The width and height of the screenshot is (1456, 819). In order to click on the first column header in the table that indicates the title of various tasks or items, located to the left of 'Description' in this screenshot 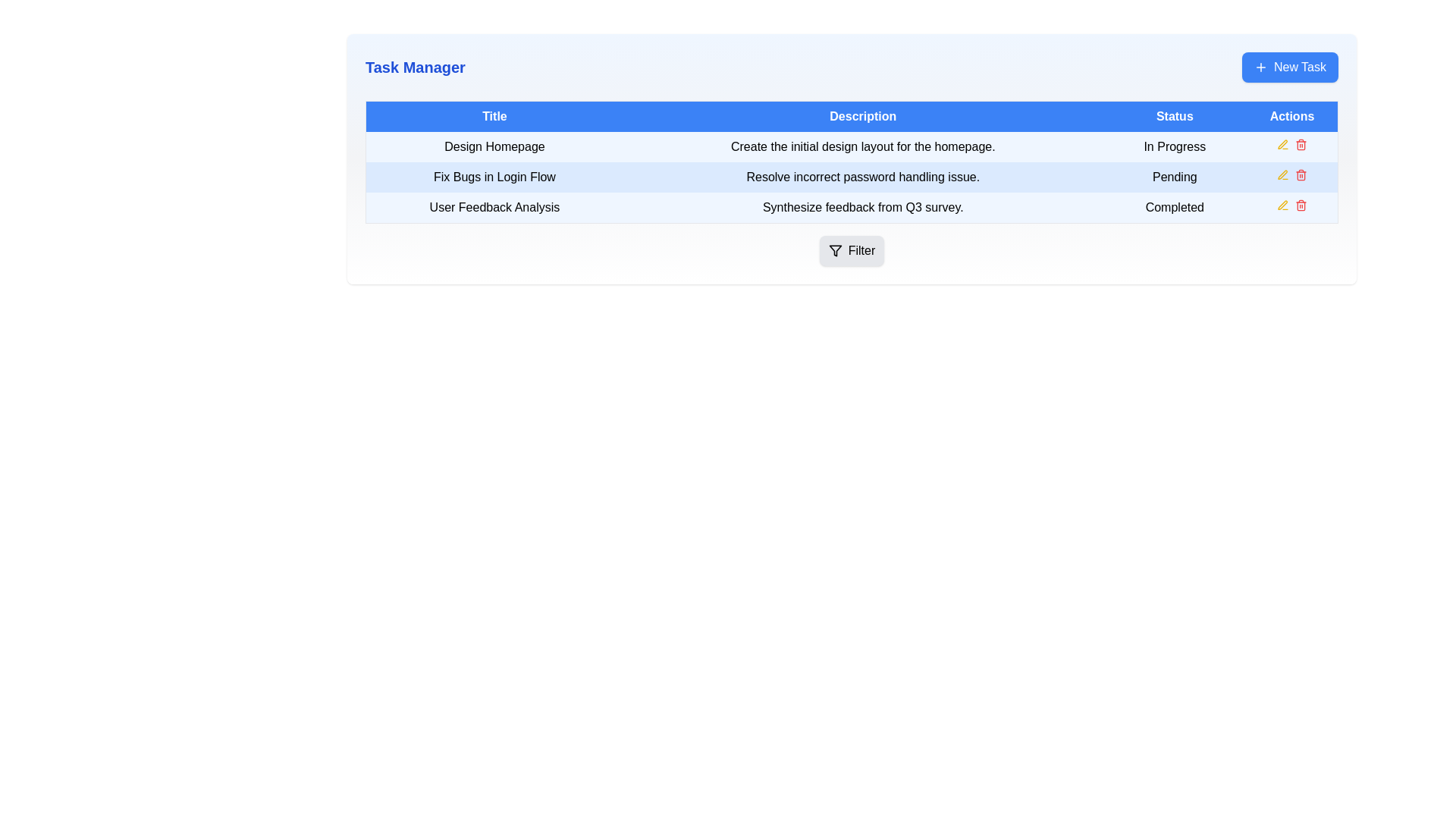, I will do `click(494, 115)`.